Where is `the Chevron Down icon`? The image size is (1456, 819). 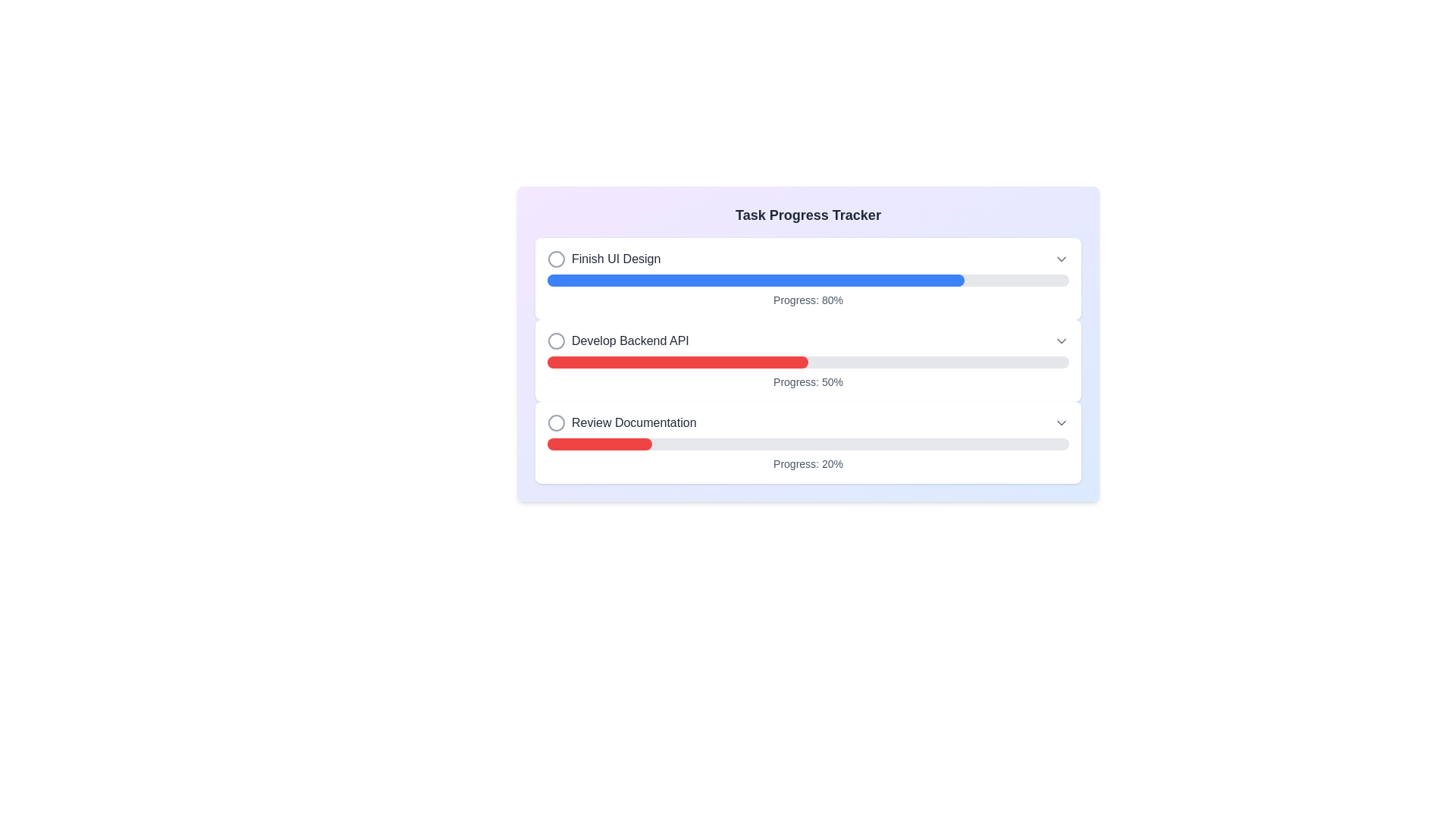
the Chevron Down icon is located at coordinates (1061, 423).